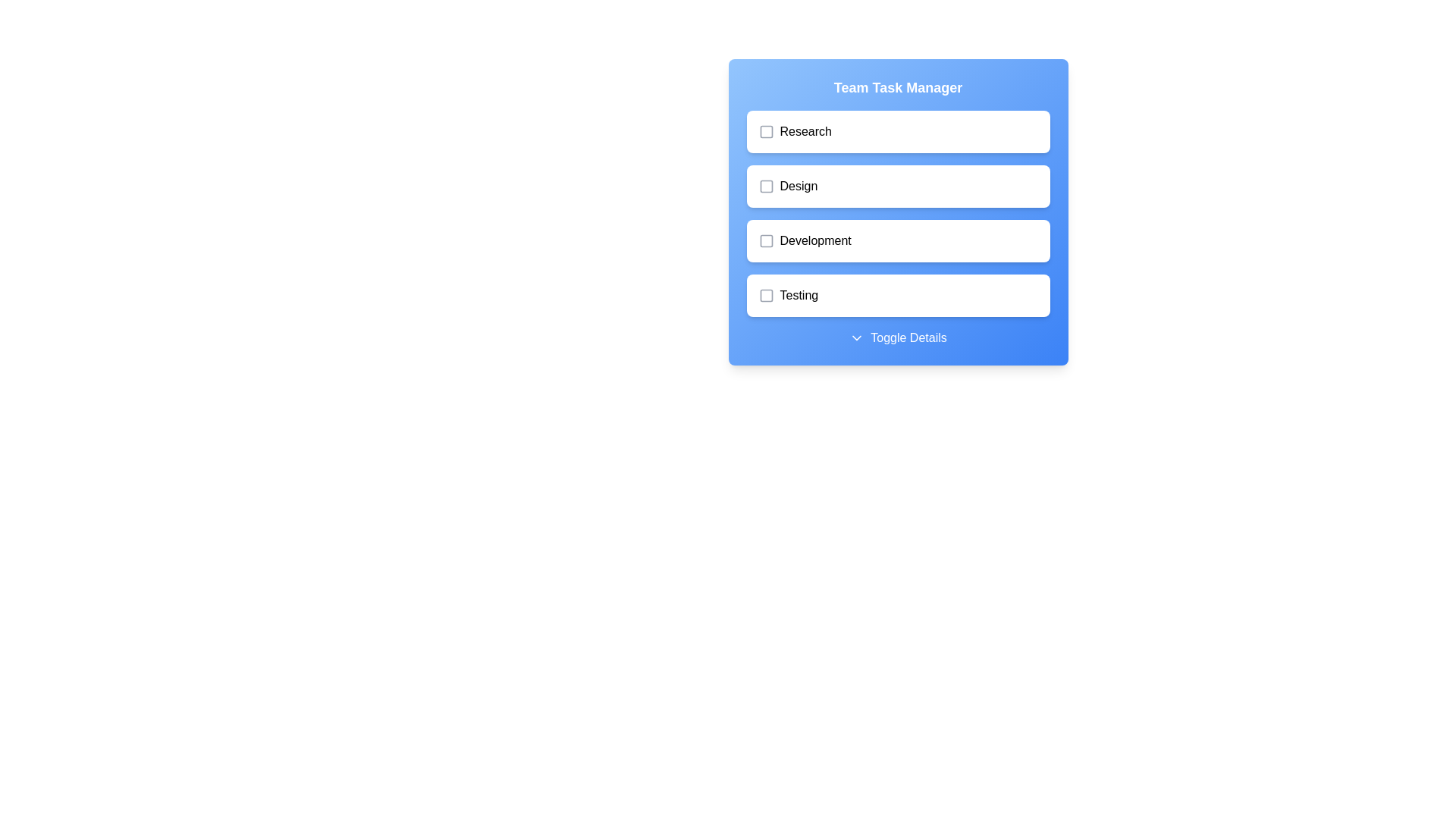  What do you see at coordinates (898, 337) in the screenshot?
I see `the 'Toggle Details' button to expand or collapse the task details` at bounding box center [898, 337].